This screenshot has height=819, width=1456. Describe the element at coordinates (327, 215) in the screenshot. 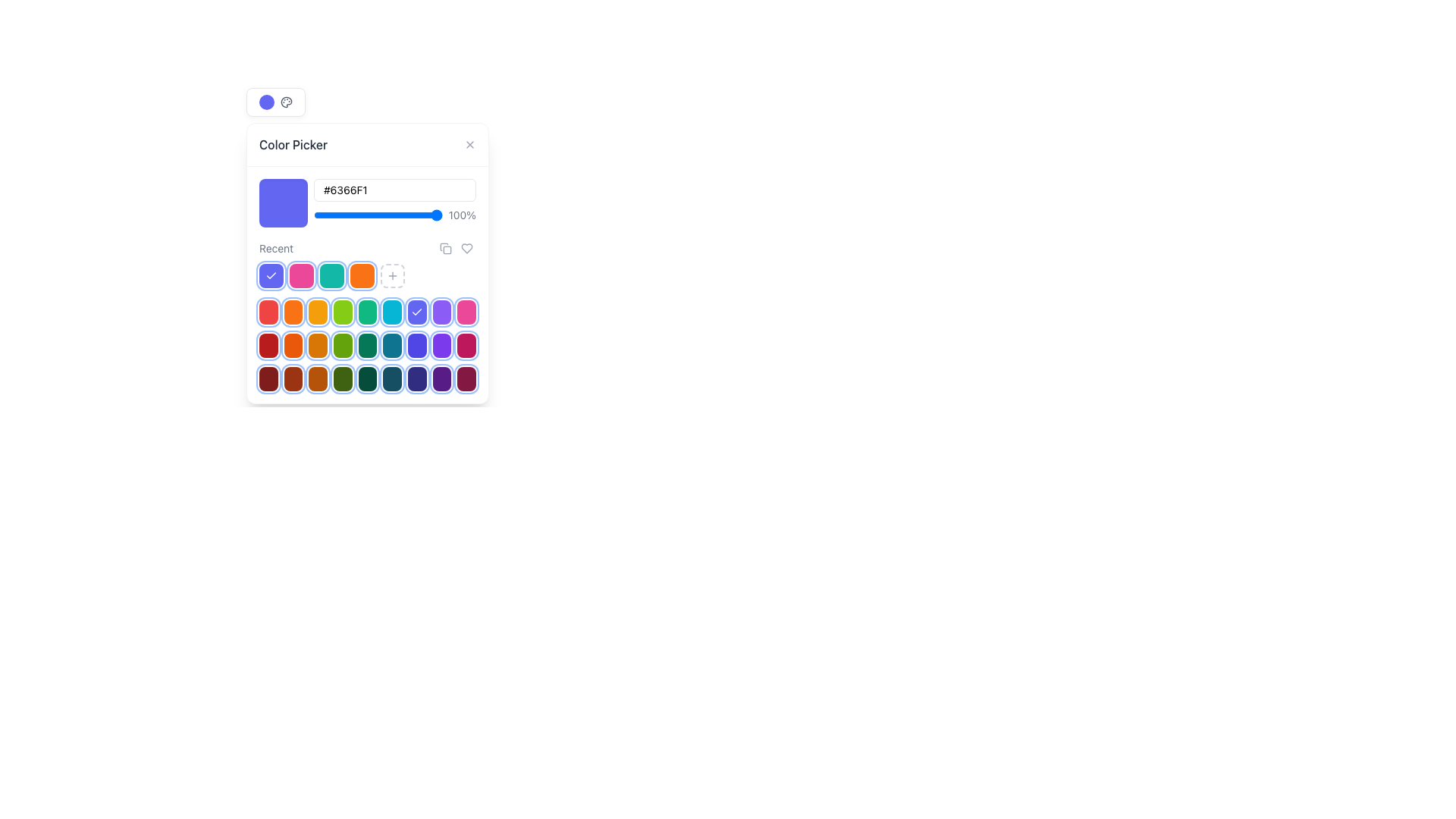

I see `the slider` at that location.